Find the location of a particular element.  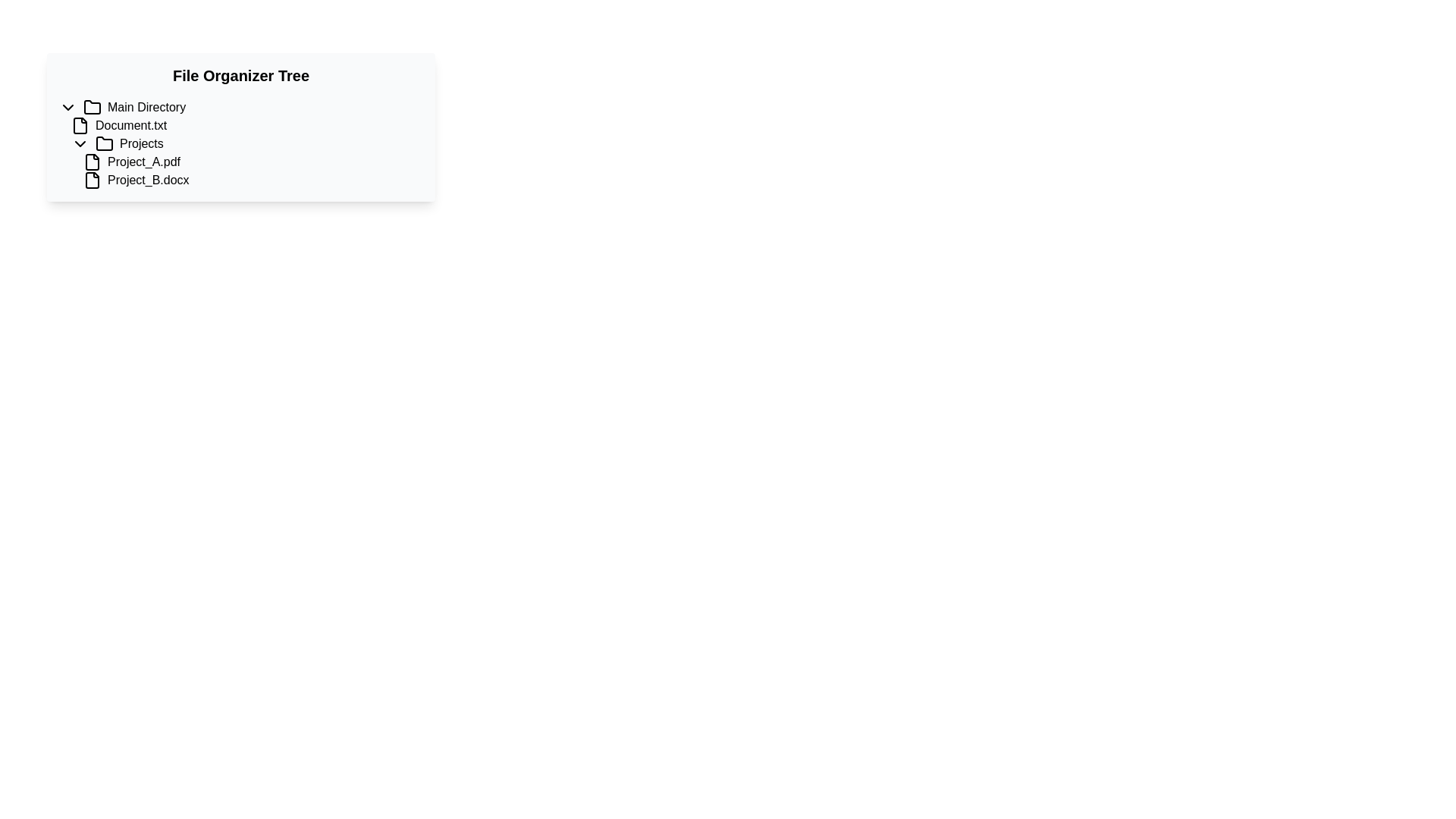

the PDF file icon located to the left of the text 'Project_A.pdf' in the file tree under the 'Projects' directory is located at coordinates (91, 162).